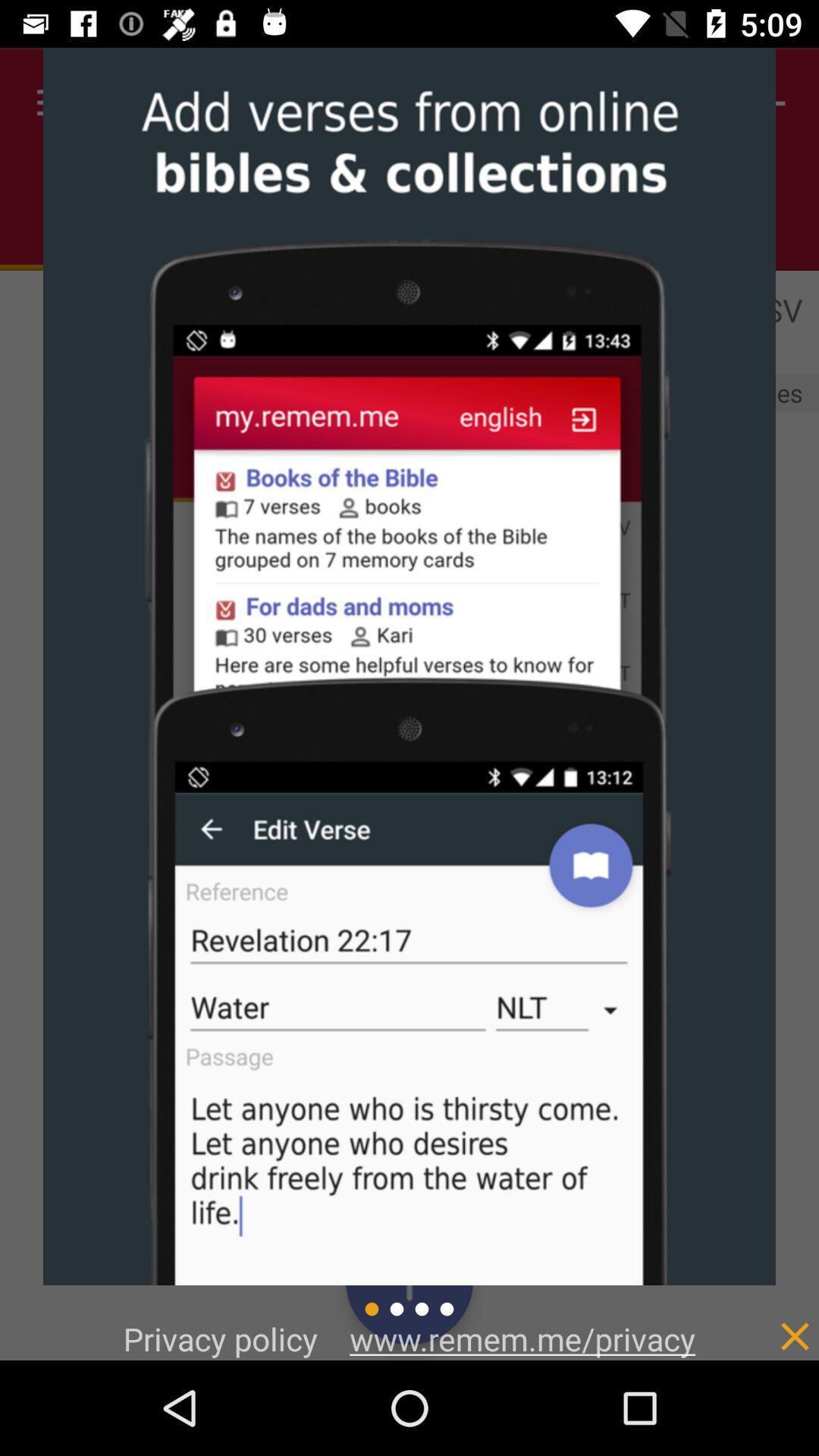  What do you see at coordinates (763, 1319) in the screenshot?
I see `window` at bounding box center [763, 1319].